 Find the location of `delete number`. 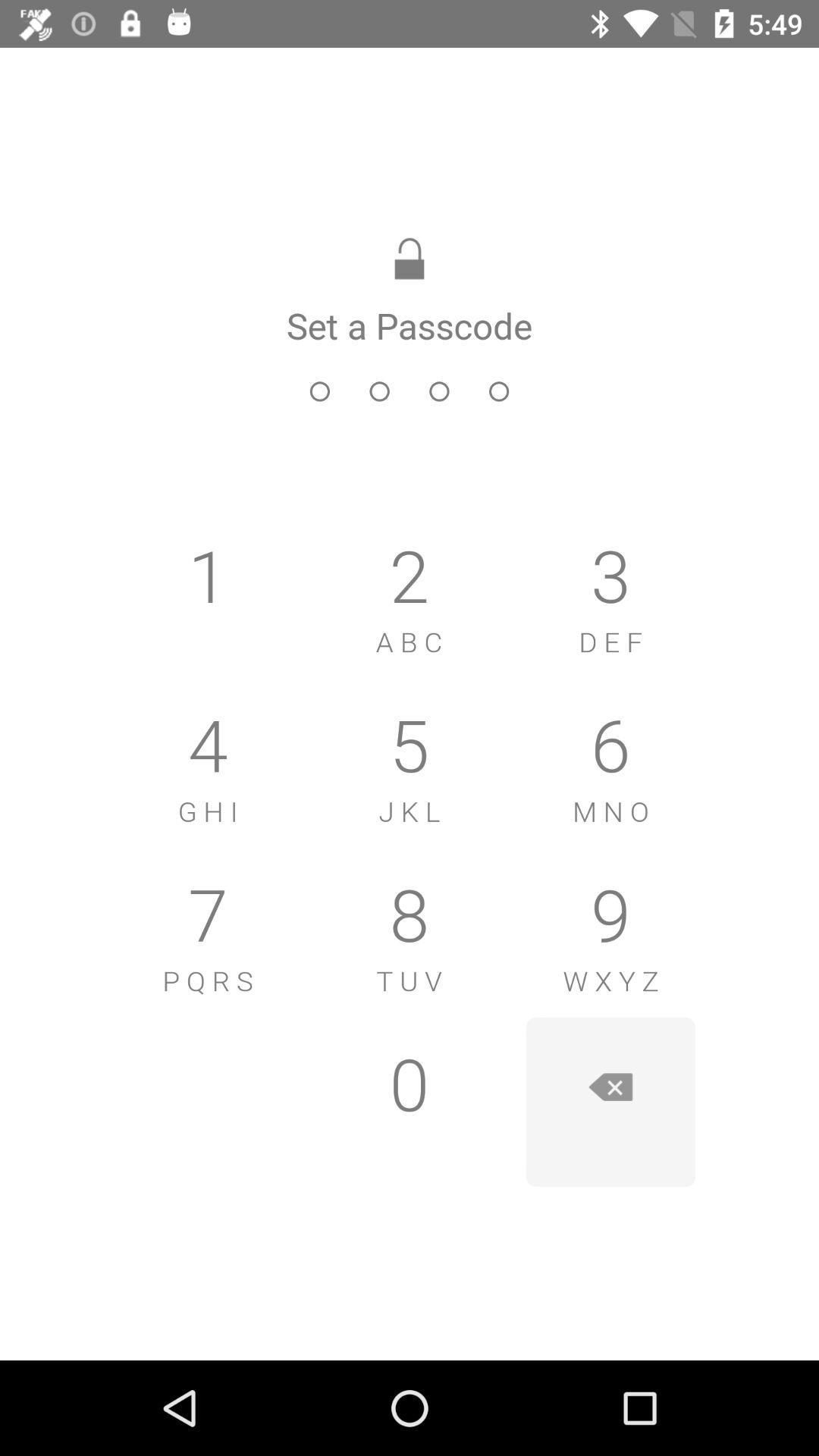

delete number is located at coordinates (610, 1102).